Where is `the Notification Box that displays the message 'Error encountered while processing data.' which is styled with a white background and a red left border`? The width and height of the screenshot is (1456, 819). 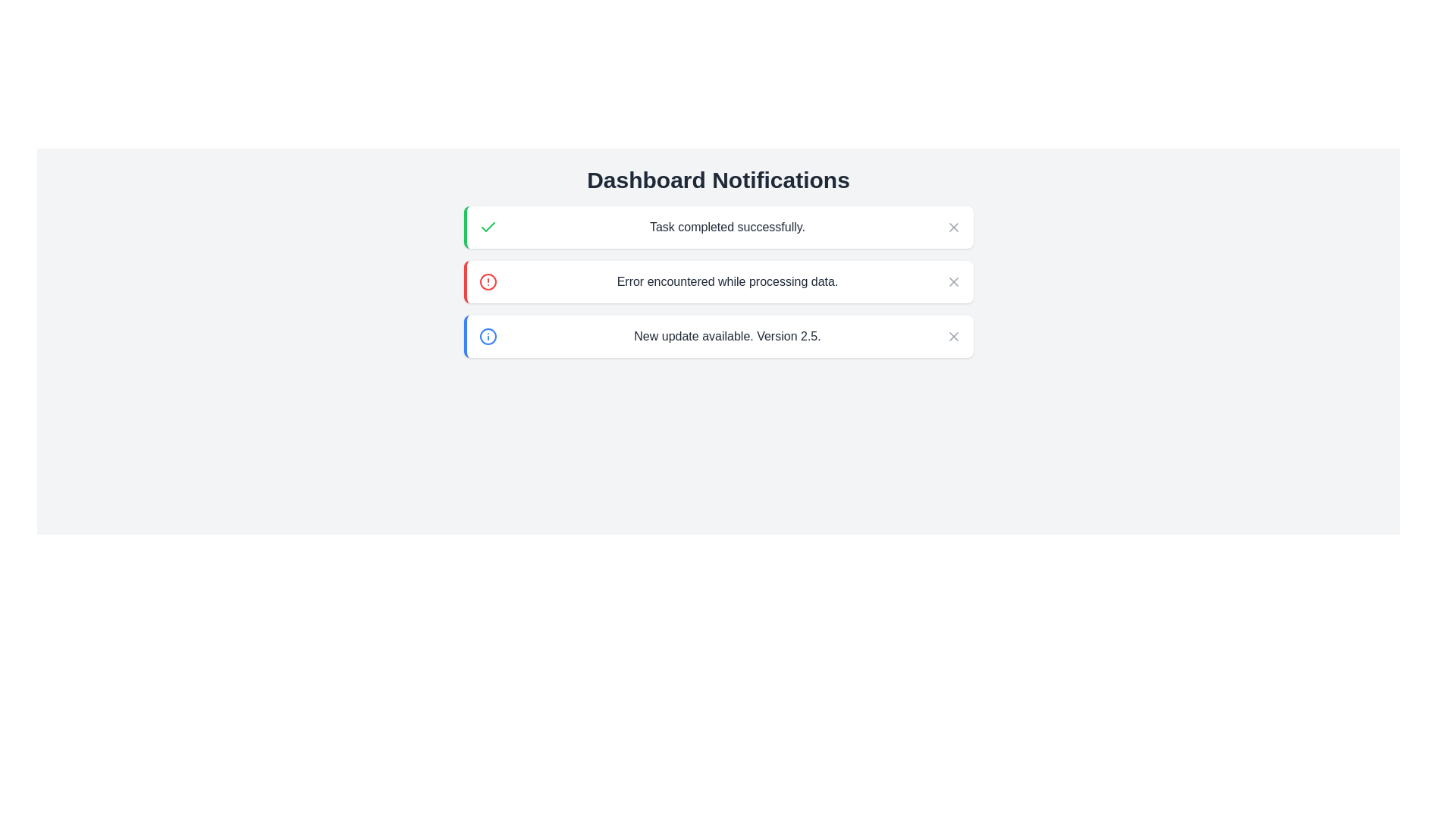 the Notification Box that displays the message 'Error encountered while processing data.' which is styled with a white background and a red left border is located at coordinates (717, 281).